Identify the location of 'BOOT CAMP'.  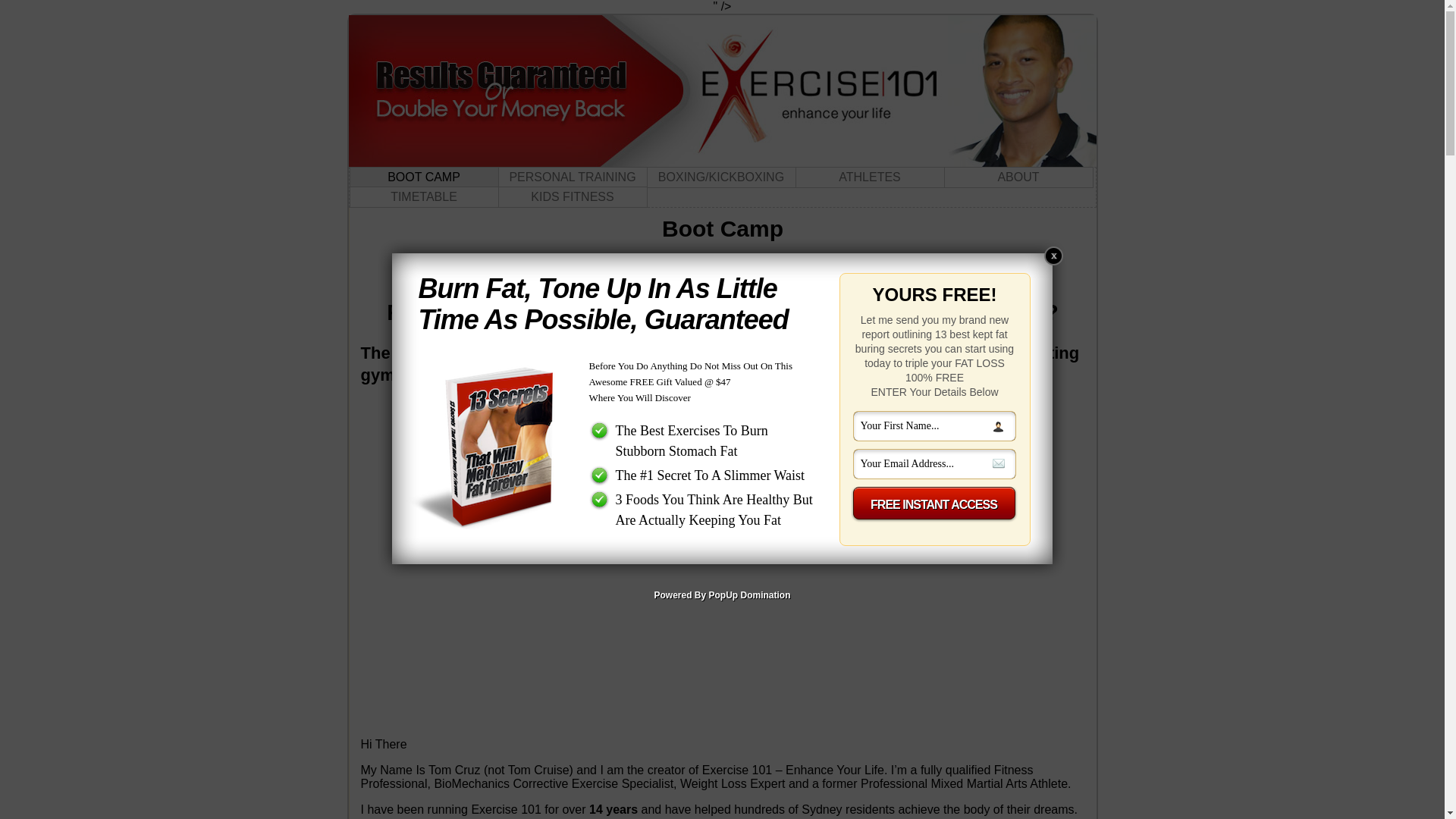
(348, 177).